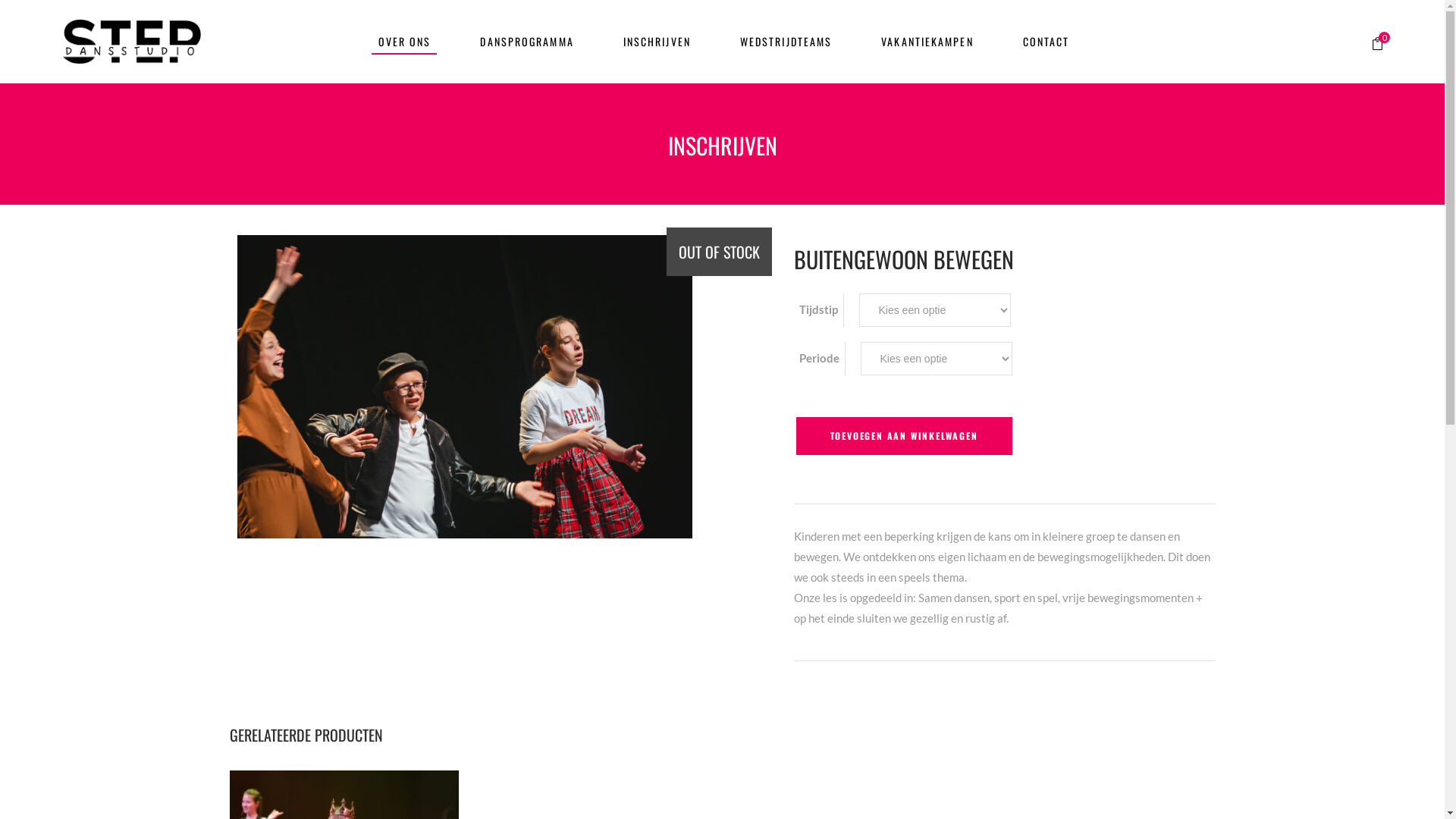  What do you see at coordinates (786, 40) in the screenshot?
I see `'WEDSTRIJDTEAMS'` at bounding box center [786, 40].